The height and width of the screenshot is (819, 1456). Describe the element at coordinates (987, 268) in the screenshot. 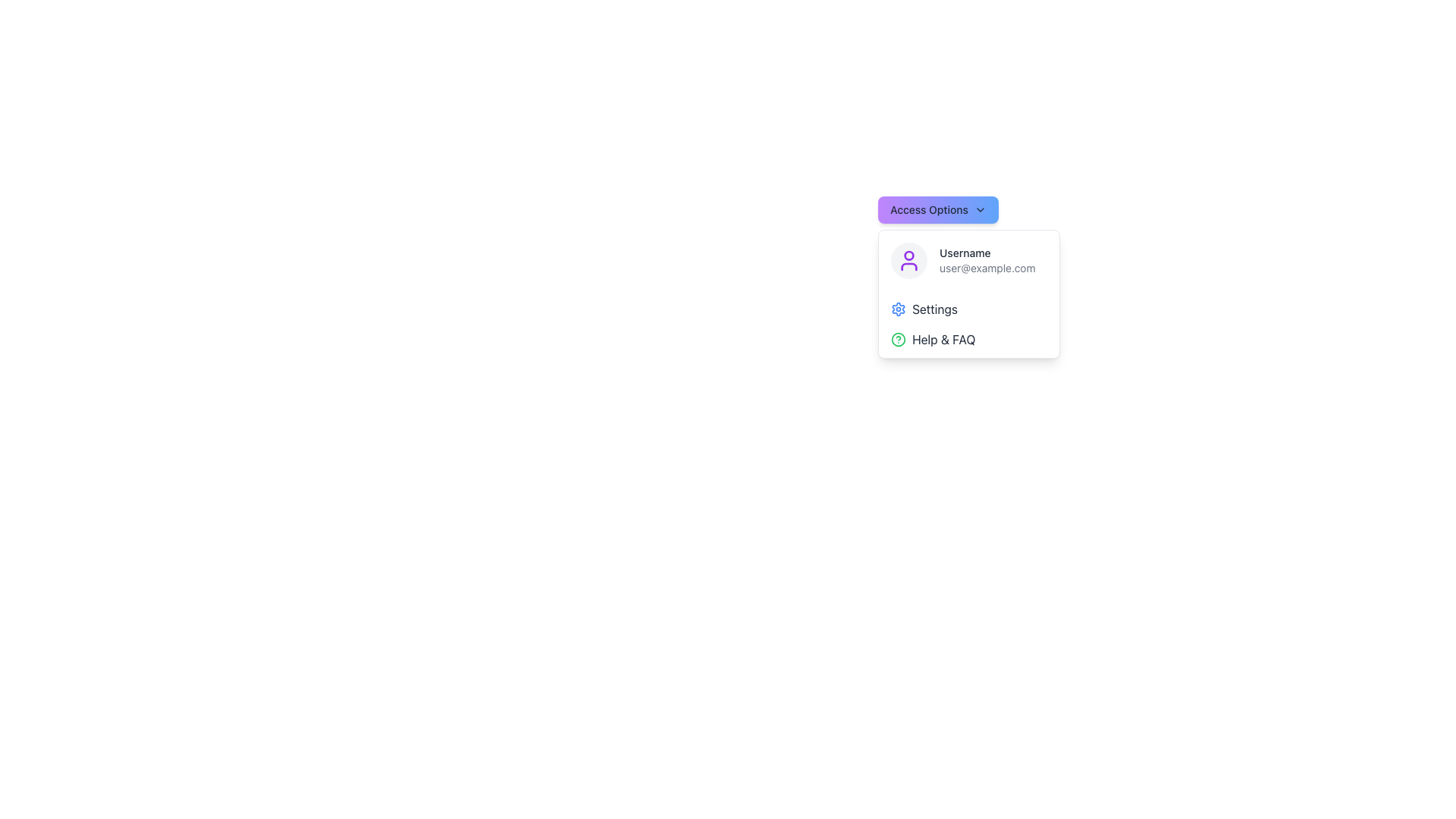

I see `the text label displaying the user's email address, which is located beneath the username in a stacked text arrangement within a dropdown panel` at that location.